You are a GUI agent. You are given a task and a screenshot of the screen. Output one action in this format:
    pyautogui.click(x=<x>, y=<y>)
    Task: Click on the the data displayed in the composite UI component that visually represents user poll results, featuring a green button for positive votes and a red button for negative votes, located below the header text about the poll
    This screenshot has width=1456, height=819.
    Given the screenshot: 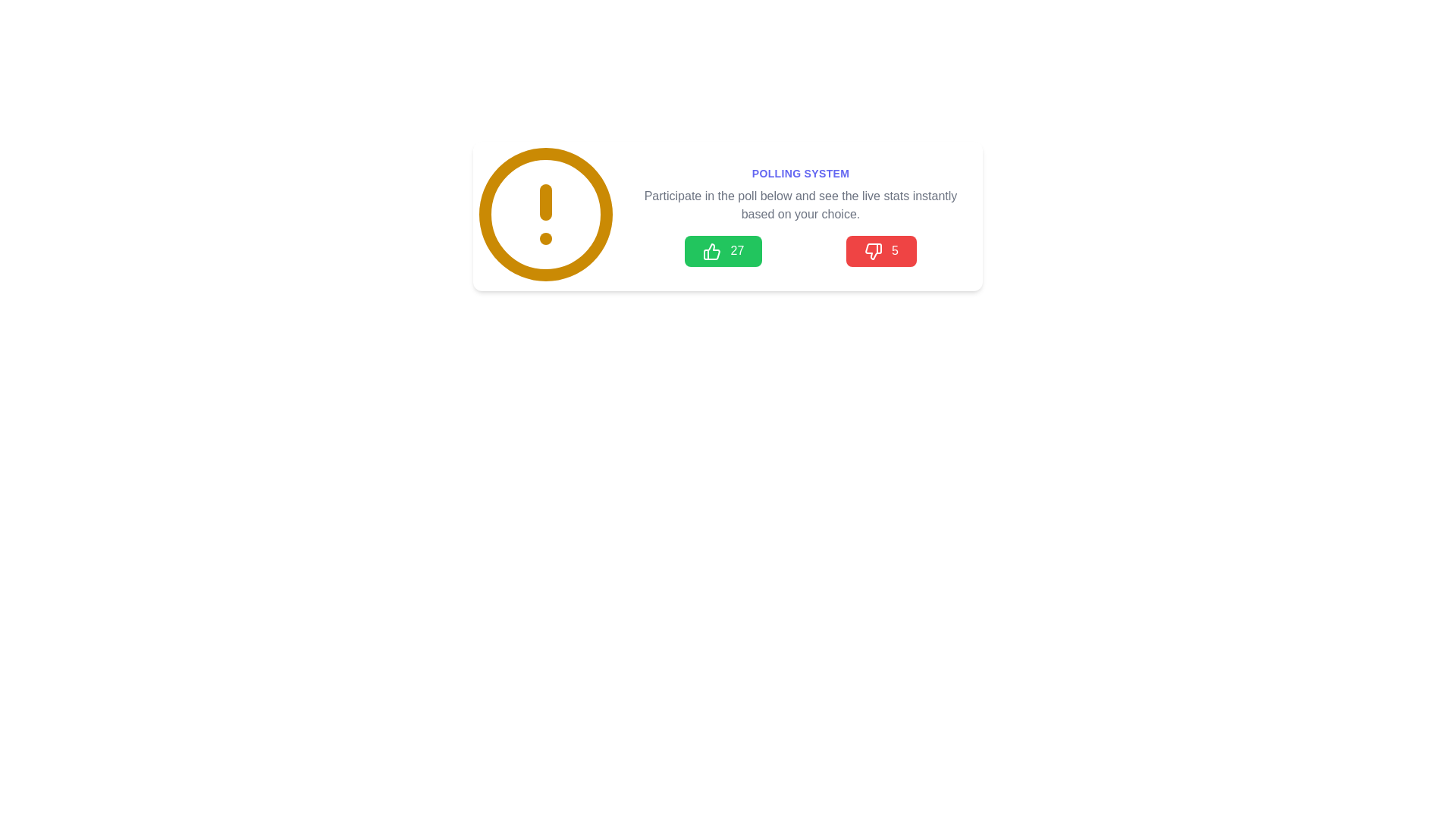 What is the action you would take?
    pyautogui.click(x=800, y=250)
    